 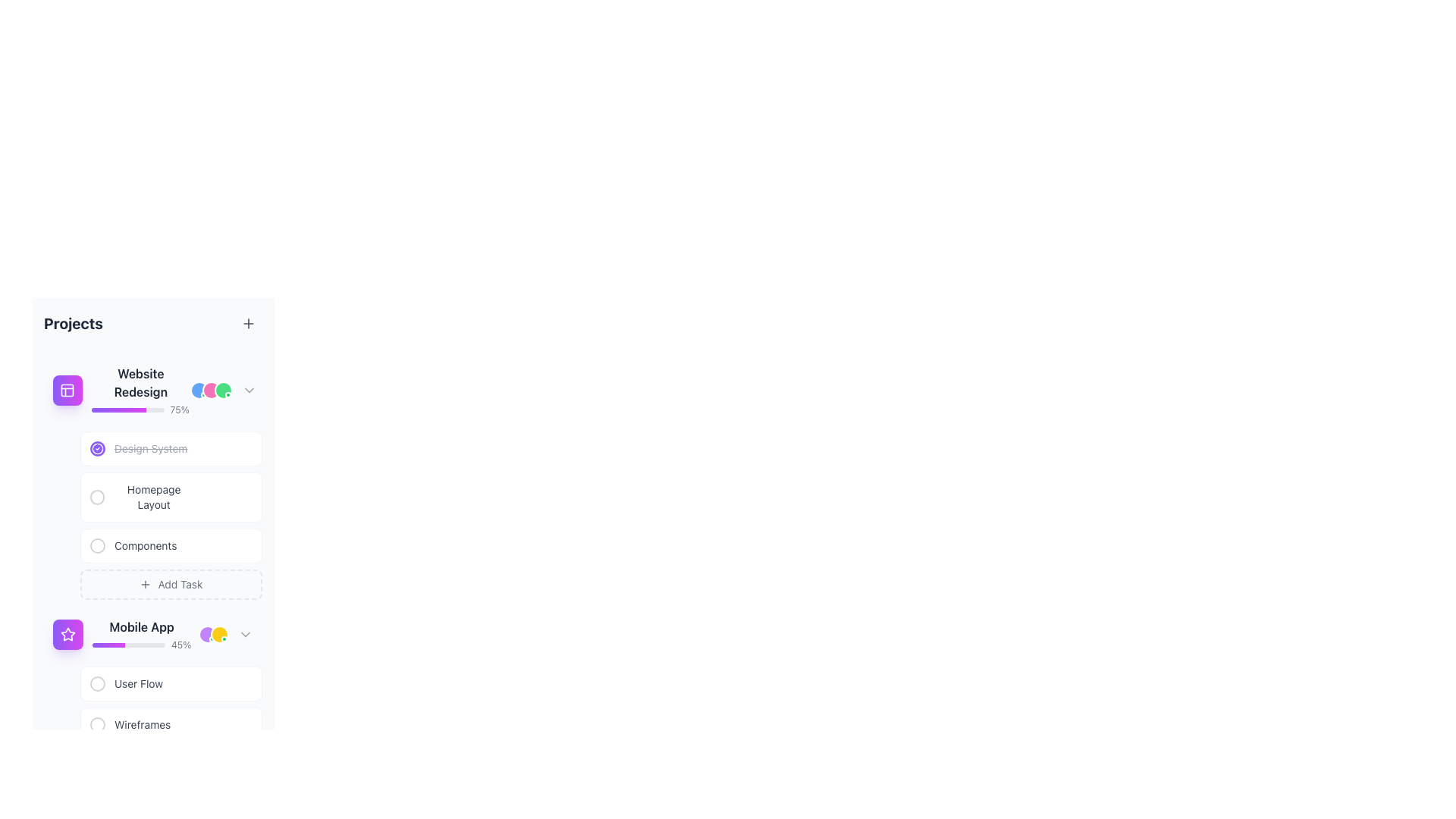 What do you see at coordinates (152, 476) in the screenshot?
I see `the List item titled 'Homepage Layout' under the section 'Website Redesign' to get more information` at bounding box center [152, 476].